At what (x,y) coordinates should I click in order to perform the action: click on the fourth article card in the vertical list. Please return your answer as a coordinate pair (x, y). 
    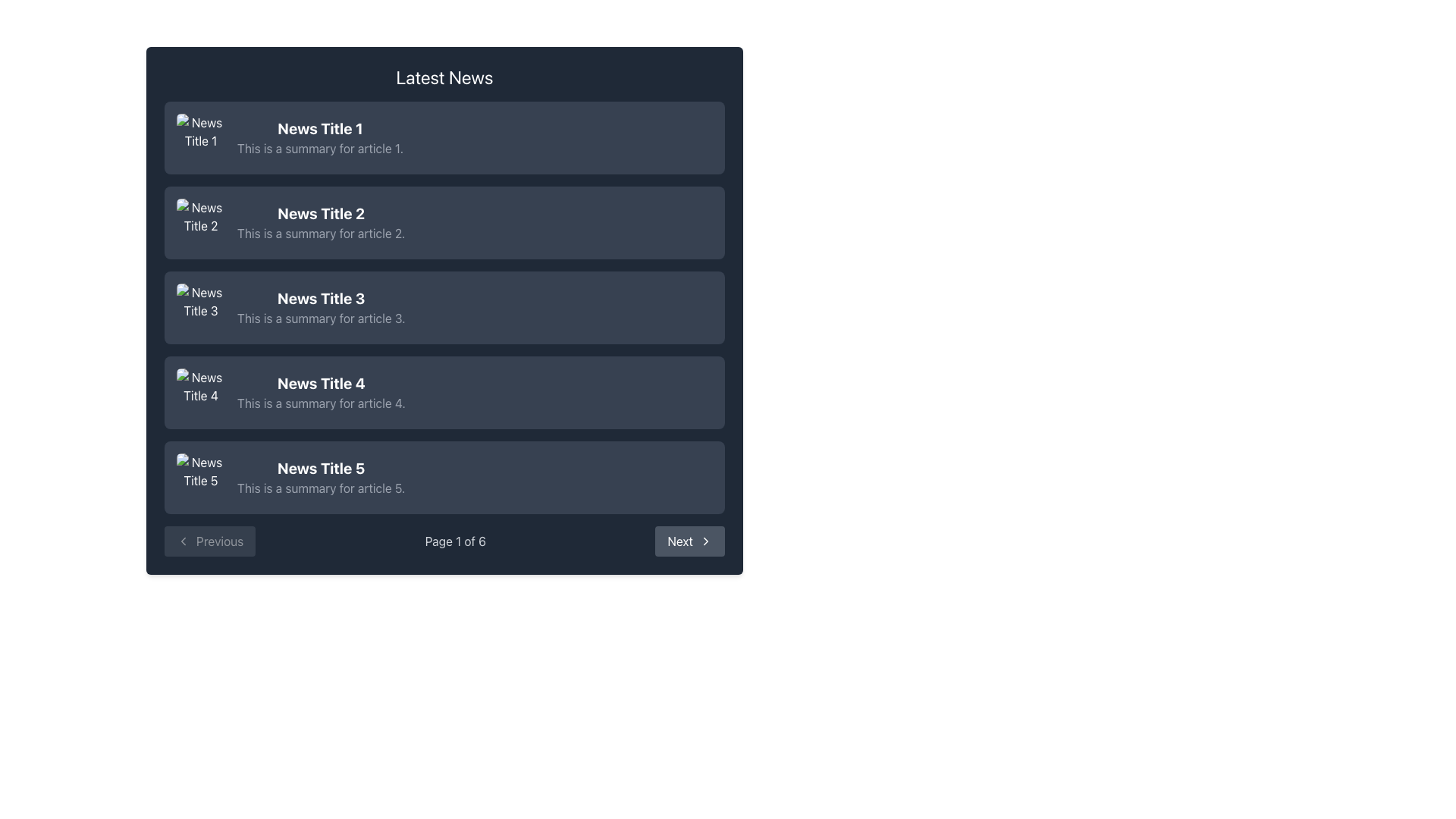
    Looking at the image, I should click on (444, 391).